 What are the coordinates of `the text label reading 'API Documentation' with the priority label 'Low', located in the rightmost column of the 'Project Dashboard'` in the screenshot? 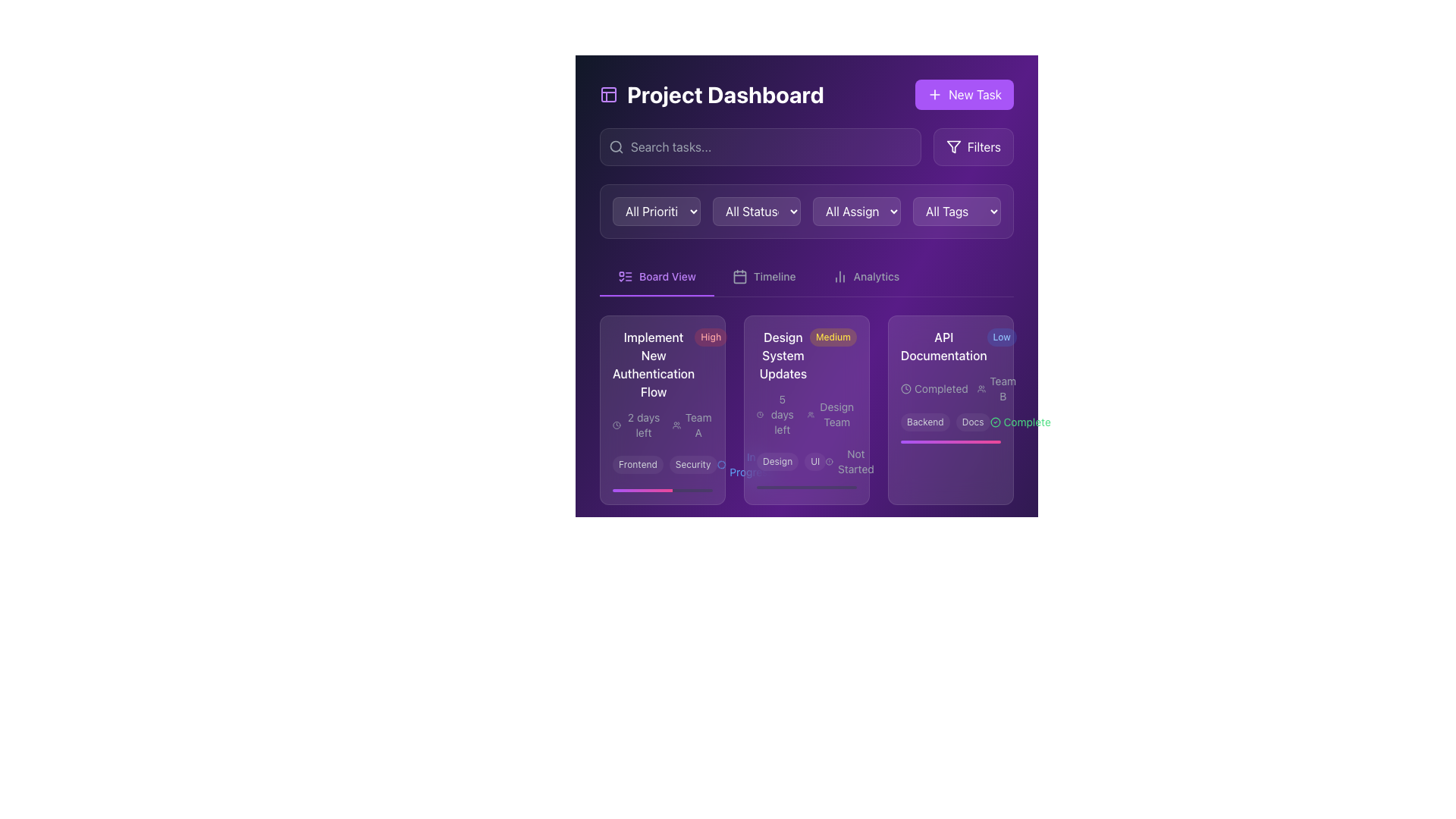 It's located at (949, 346).